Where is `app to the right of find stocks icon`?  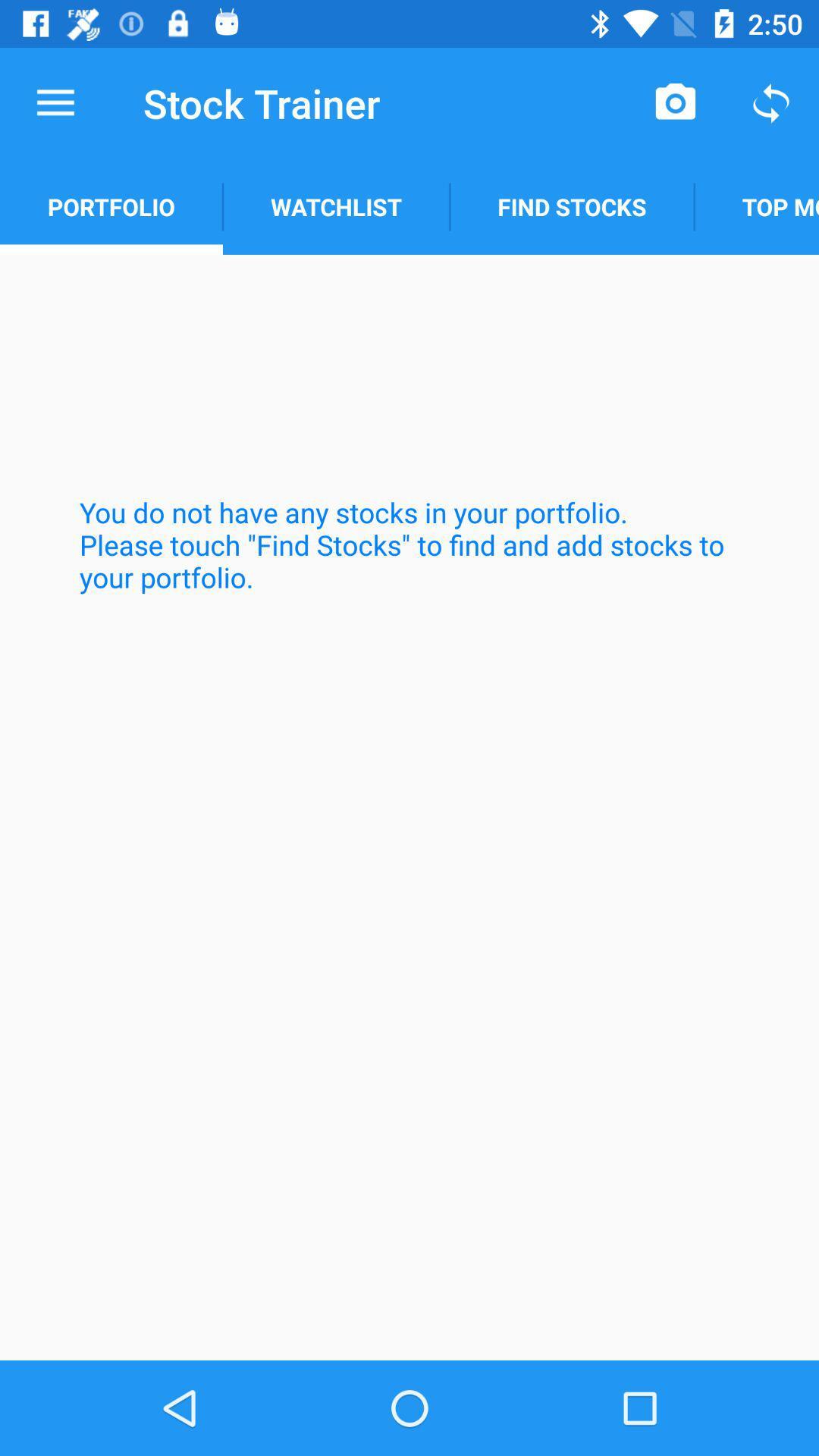 app to the right of find stocks icon is located at coordinates (756, 206).